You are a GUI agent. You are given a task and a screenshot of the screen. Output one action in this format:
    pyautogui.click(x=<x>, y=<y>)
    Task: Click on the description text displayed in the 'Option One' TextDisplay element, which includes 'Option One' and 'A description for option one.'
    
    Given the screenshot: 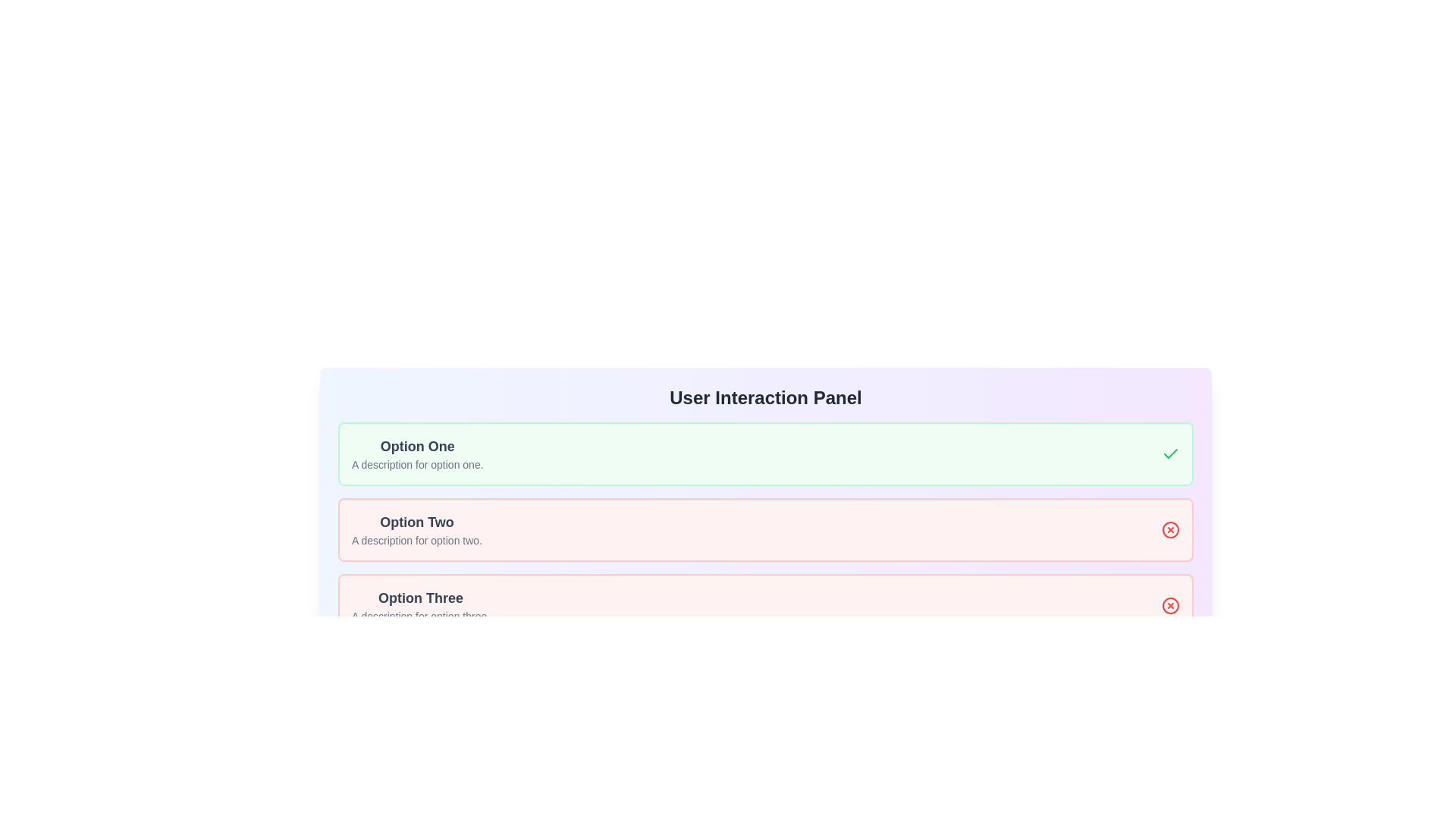 What is the action you would take?
    pyautogui.click(x=417, y=453)
    